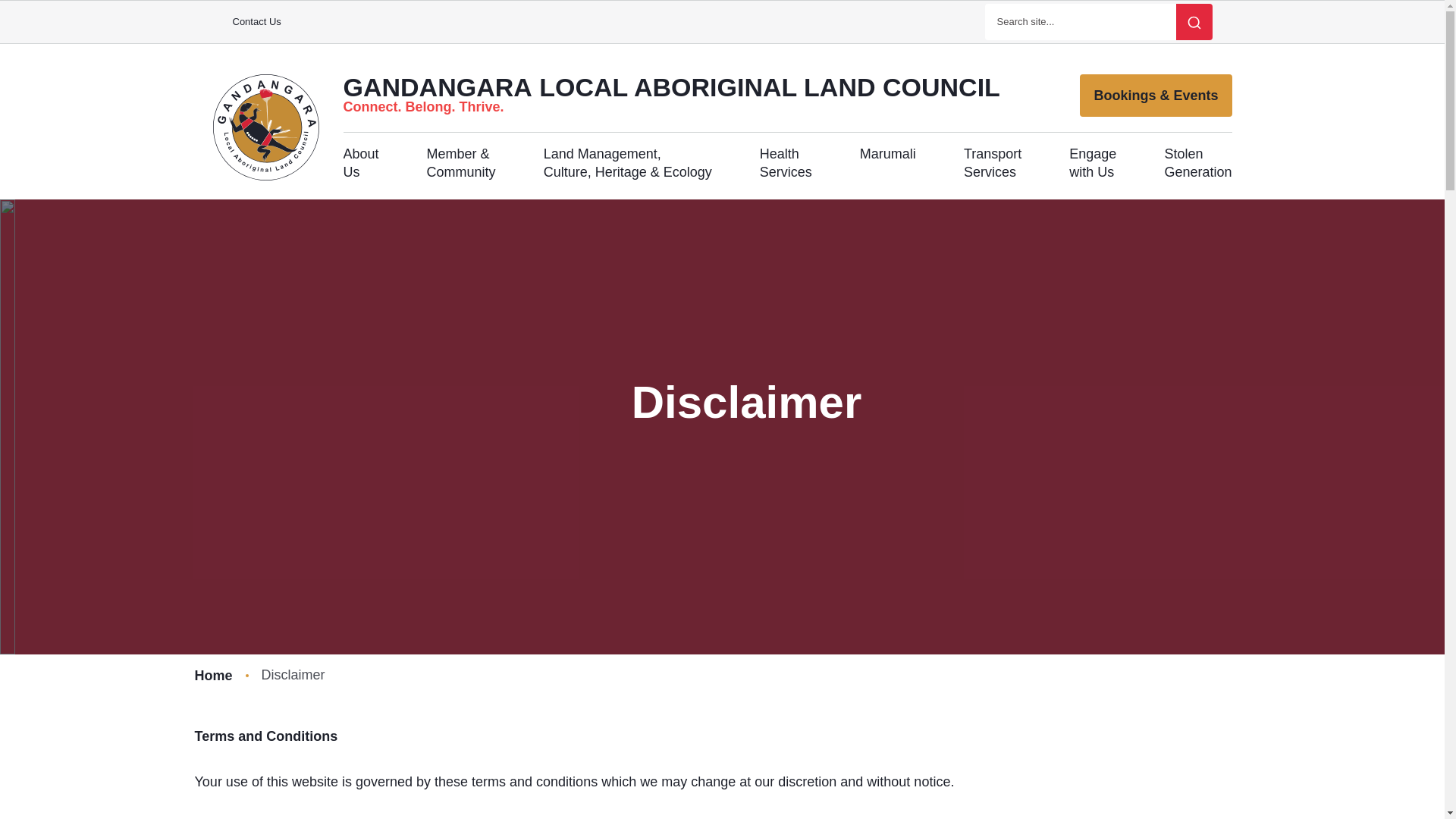 The width and height of the screenshot is (1456, 819). I want to click on 'Land Management,, so click(628, 163).